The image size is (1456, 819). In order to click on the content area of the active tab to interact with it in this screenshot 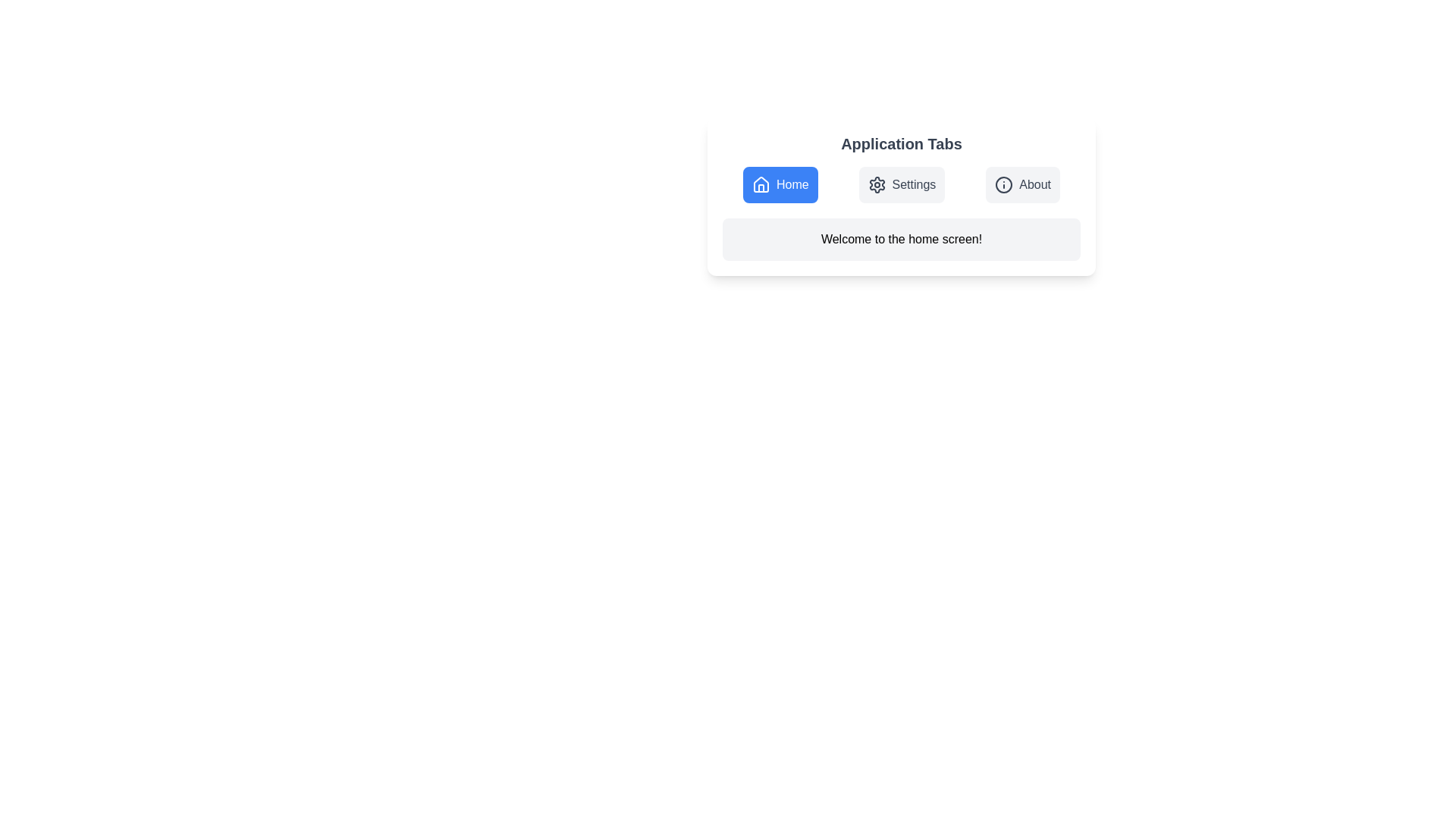, I will do `click(902, 239)`.